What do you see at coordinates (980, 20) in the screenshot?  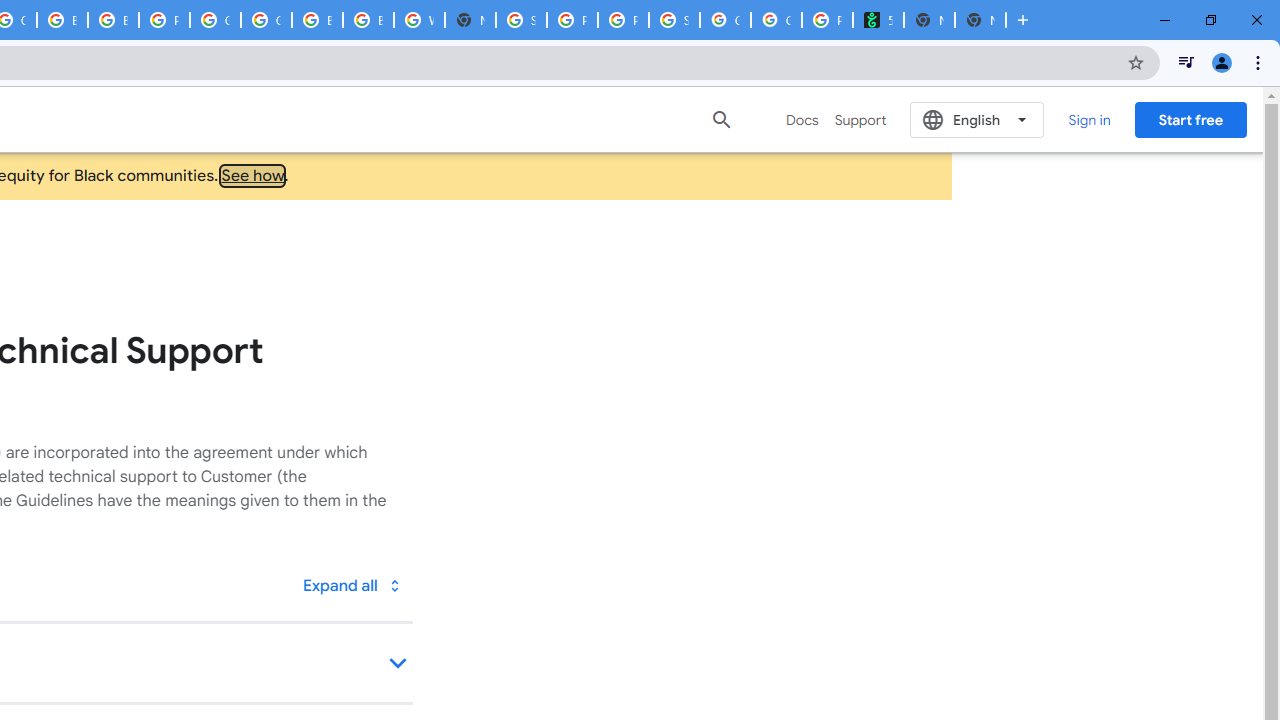 I see `'New Tab'` at bounding box center [980, 20].